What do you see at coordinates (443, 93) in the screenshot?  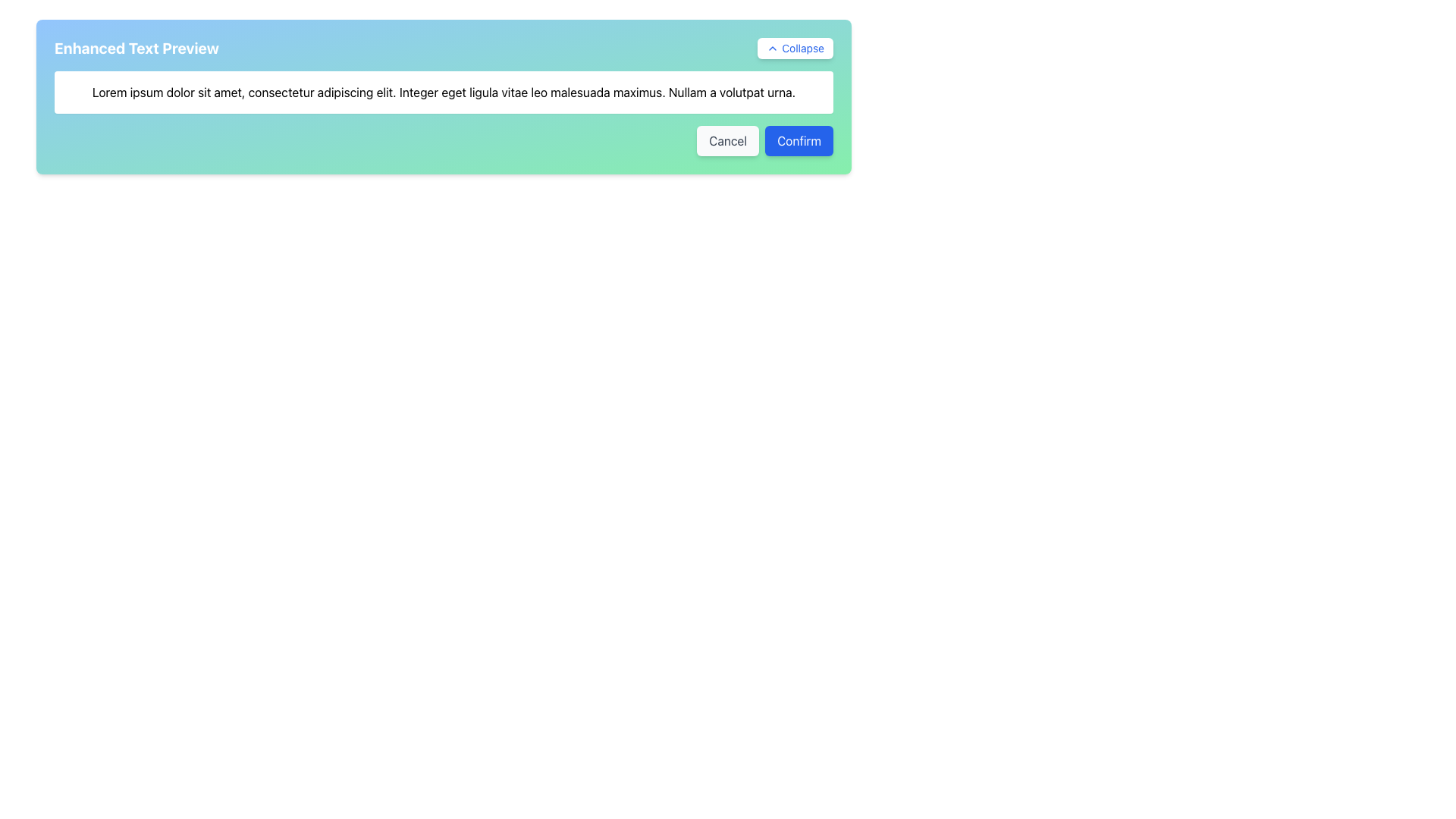 I see `text displayed in the Text Display element located beneath the 'Enhanced Text Preview' section, which contains the content 'Lorem ipsum dolor sit amet, consectetur adipiscing elit. Integer eget ligula vitae leo malesuada maximus. Nullam a volutpat urna.'` at bounding box center [443, 93].